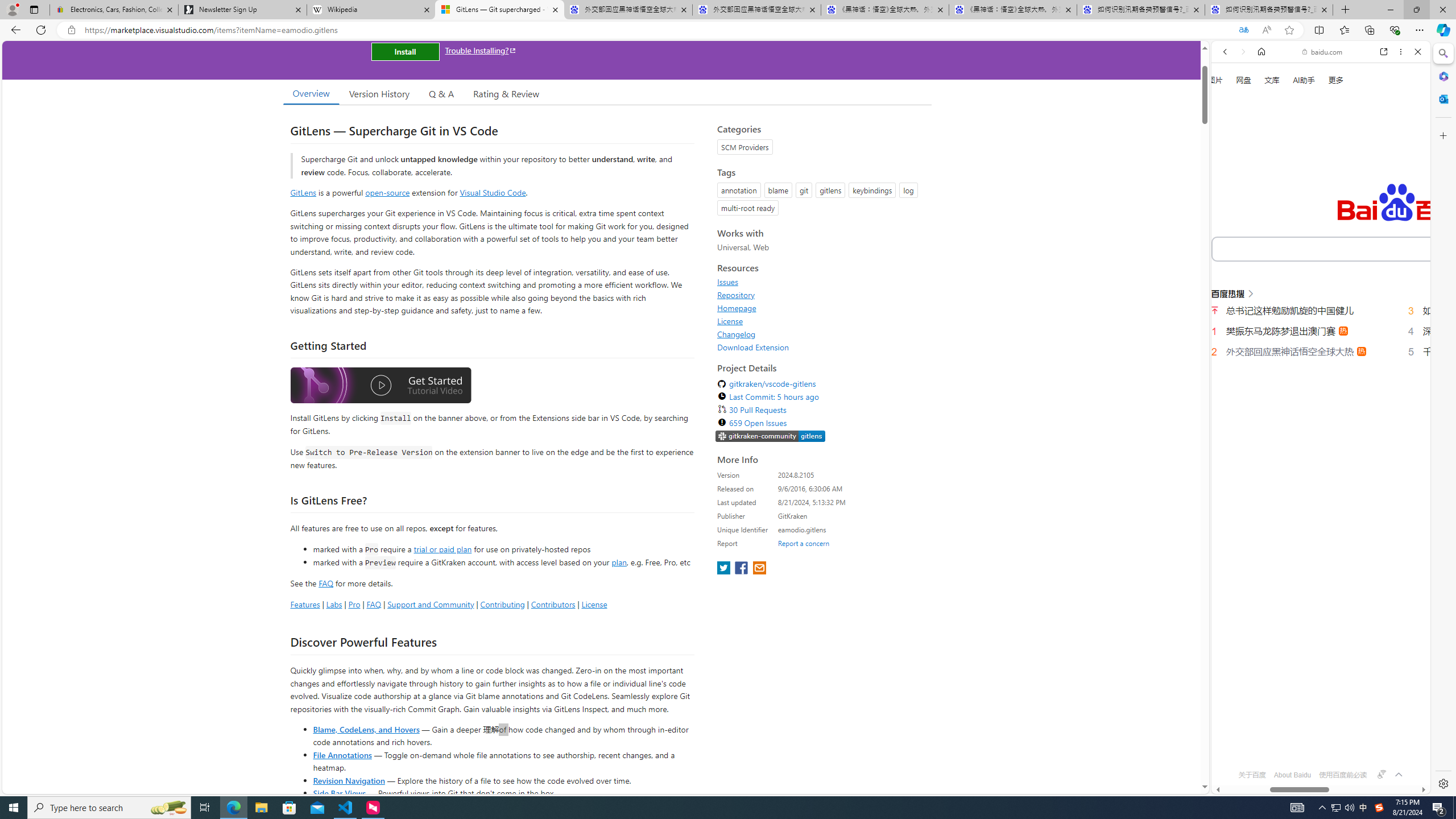  Describe the element at coordinates (378, 93) in the screenshot. I see `'Version History'` at that location.